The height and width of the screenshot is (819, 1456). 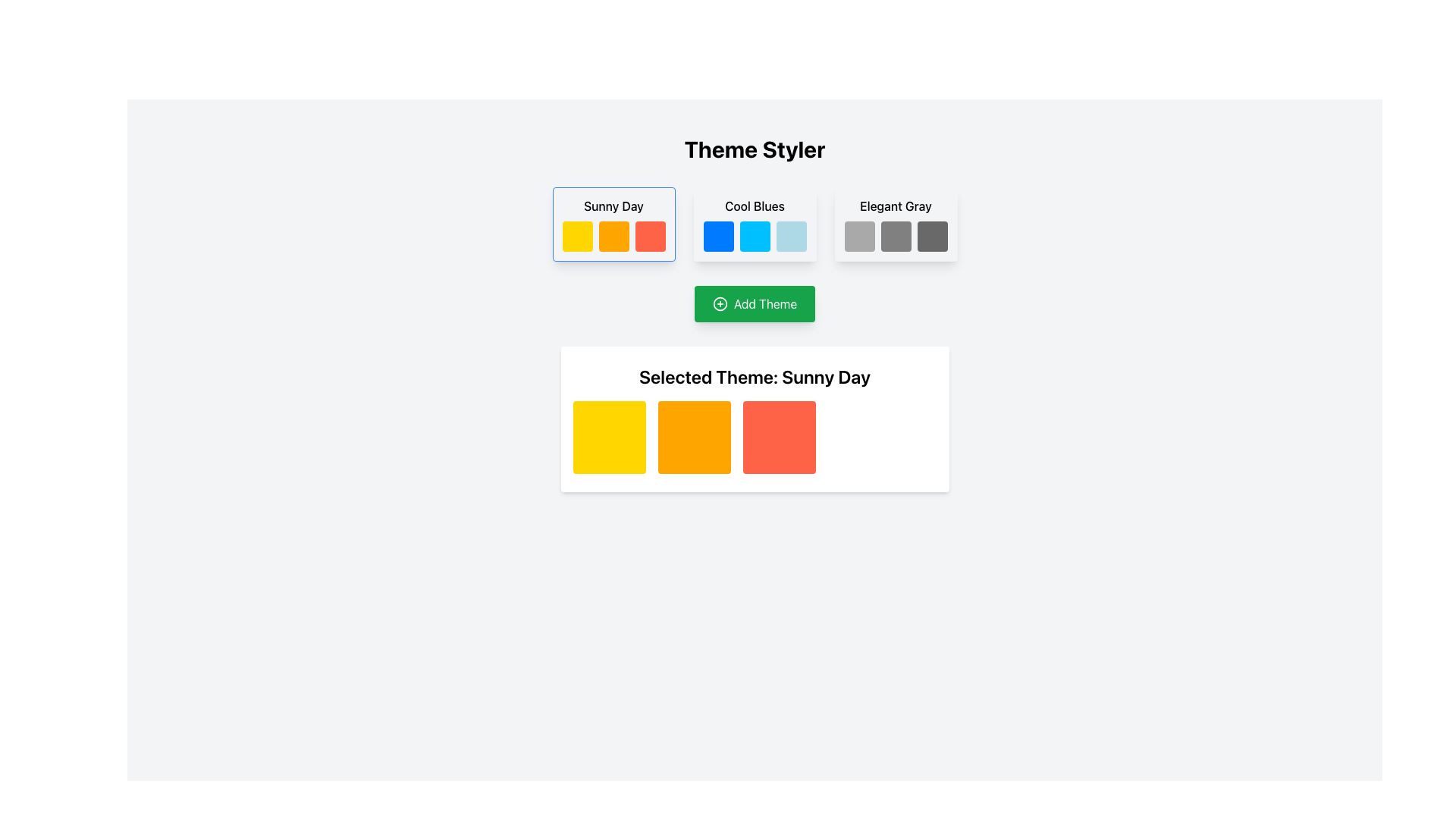 I want to click on the third square component, so click(x=779, y=438).